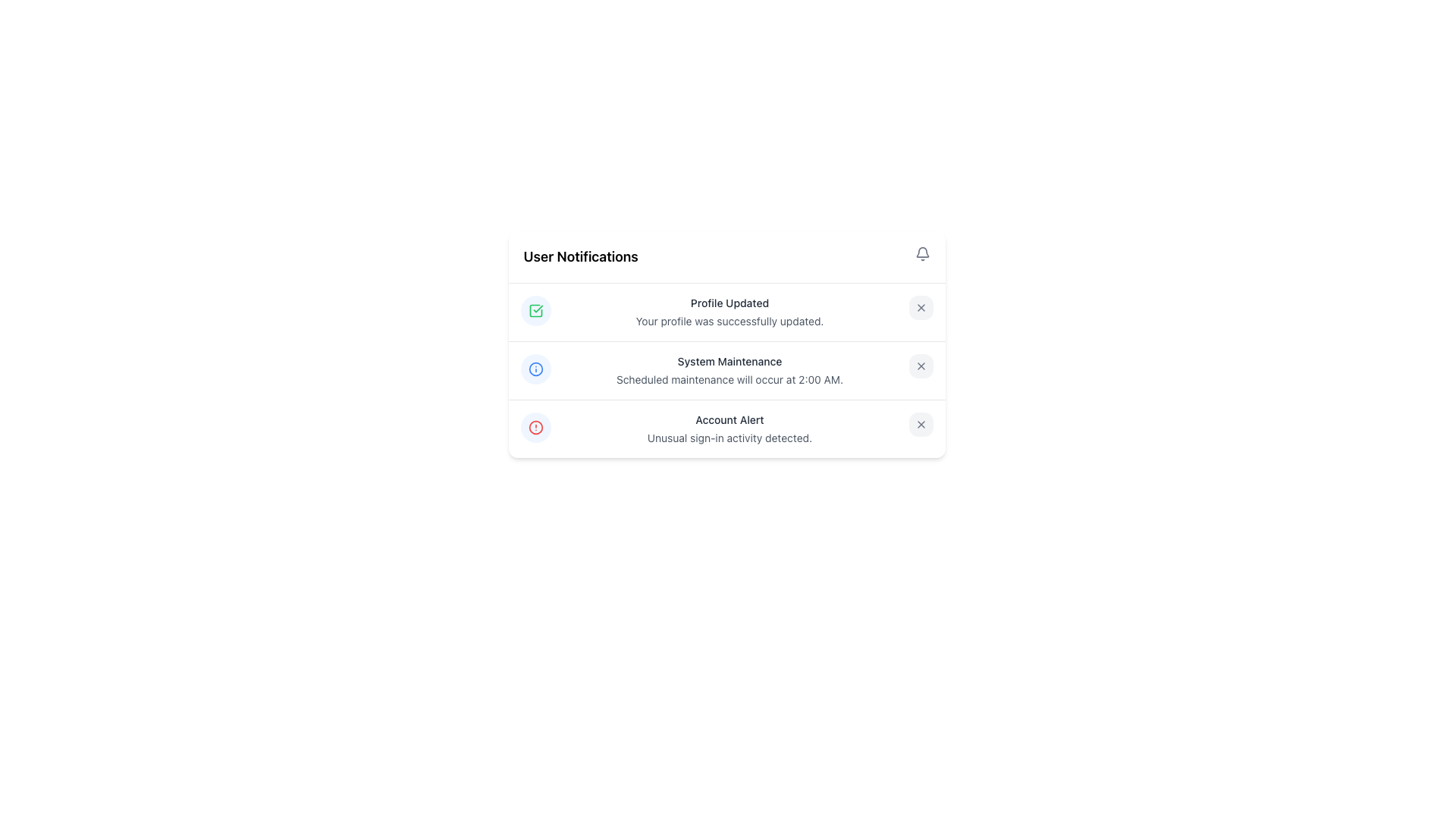  What do you see at coordinates (535, 309) in the screenshot?
I see `the status indicator icon located within the 'Profile Updated' notification card, which is the leftmost component preceding the text block` at bounding box center [535, 309].